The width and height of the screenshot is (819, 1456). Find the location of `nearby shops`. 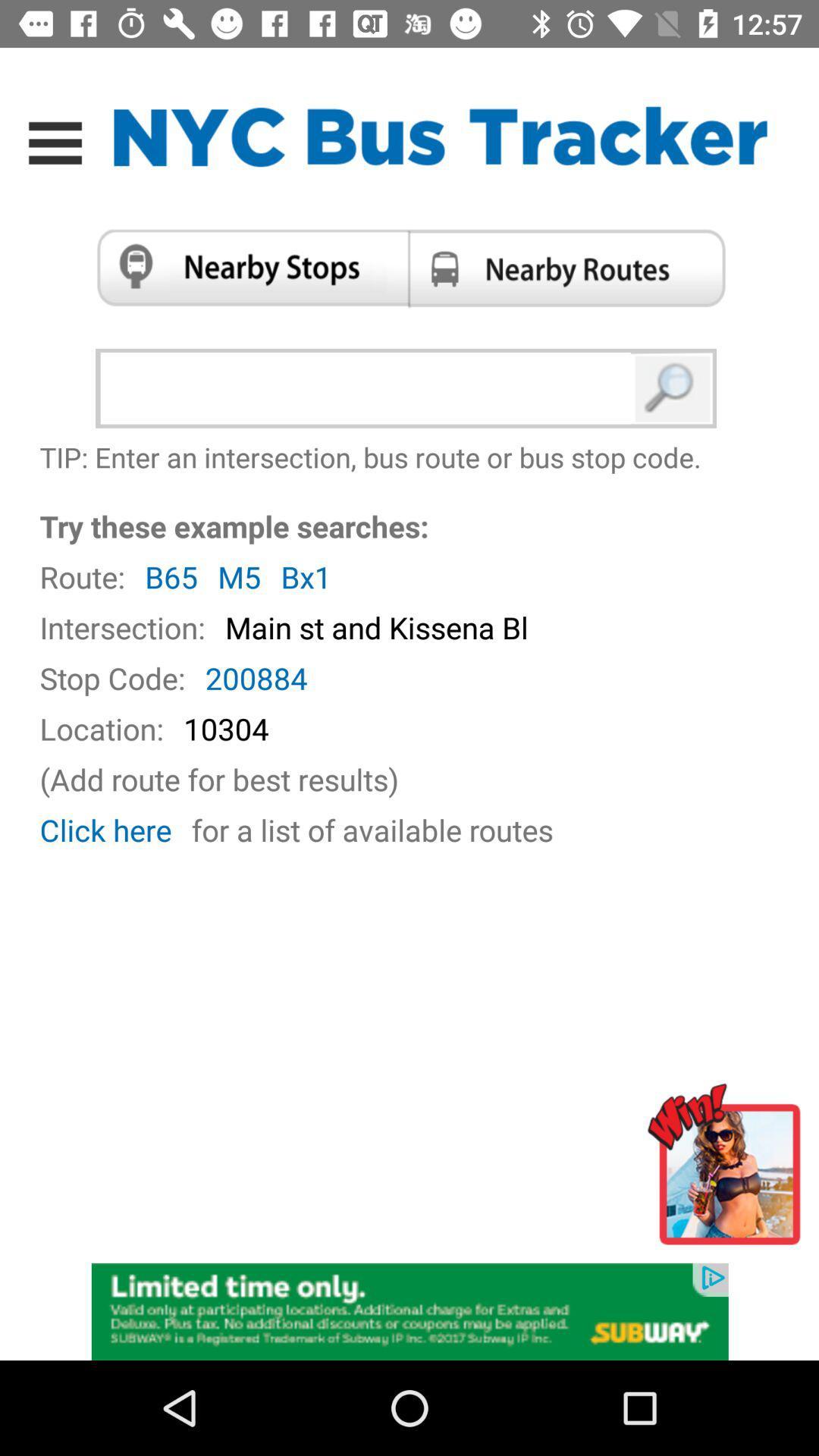

nearby shops is located at coordinates (246, 268).